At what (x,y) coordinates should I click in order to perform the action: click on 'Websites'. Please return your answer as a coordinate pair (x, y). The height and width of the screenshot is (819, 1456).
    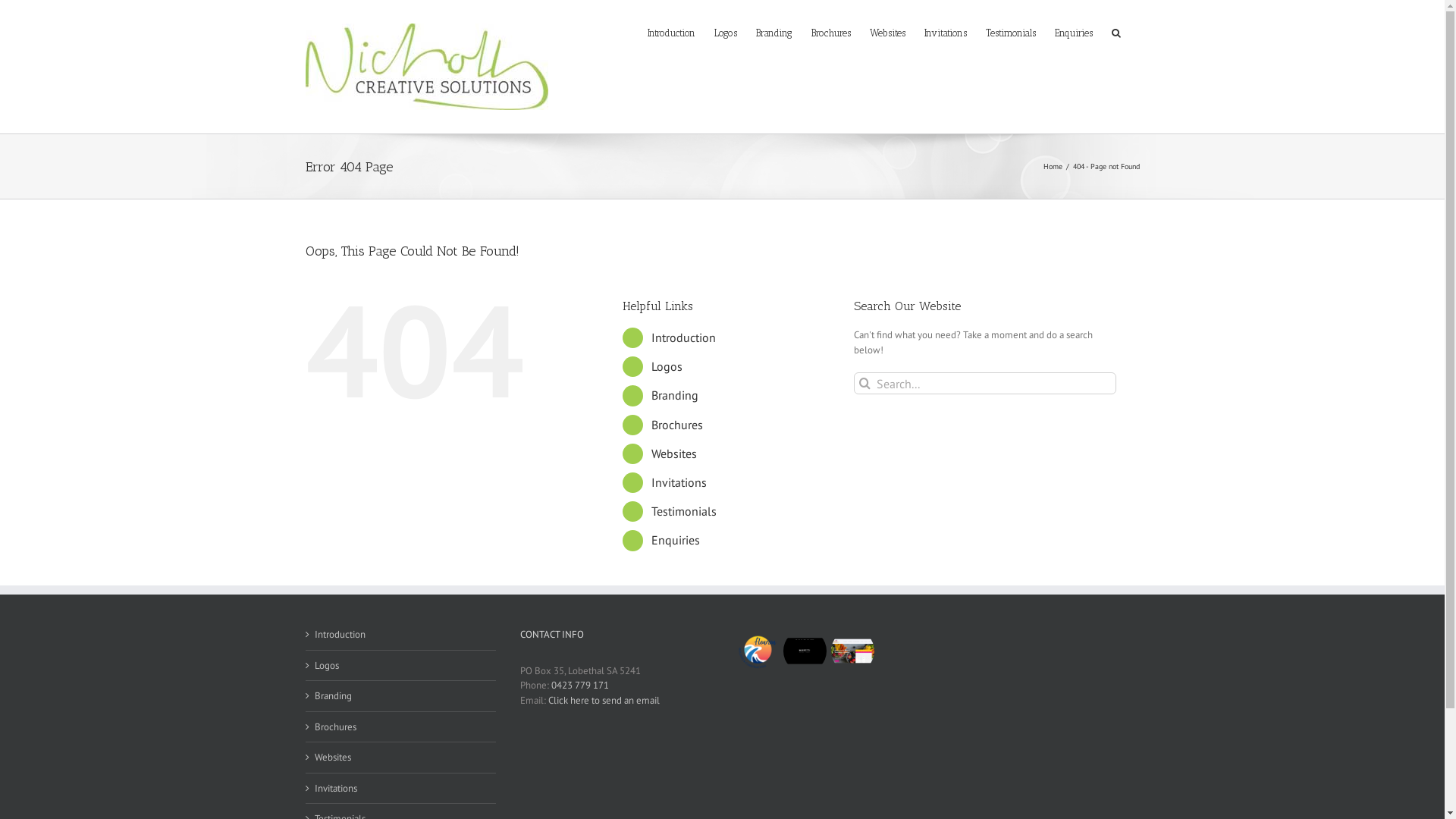
    Looking at the image, I should click on (886, 32).